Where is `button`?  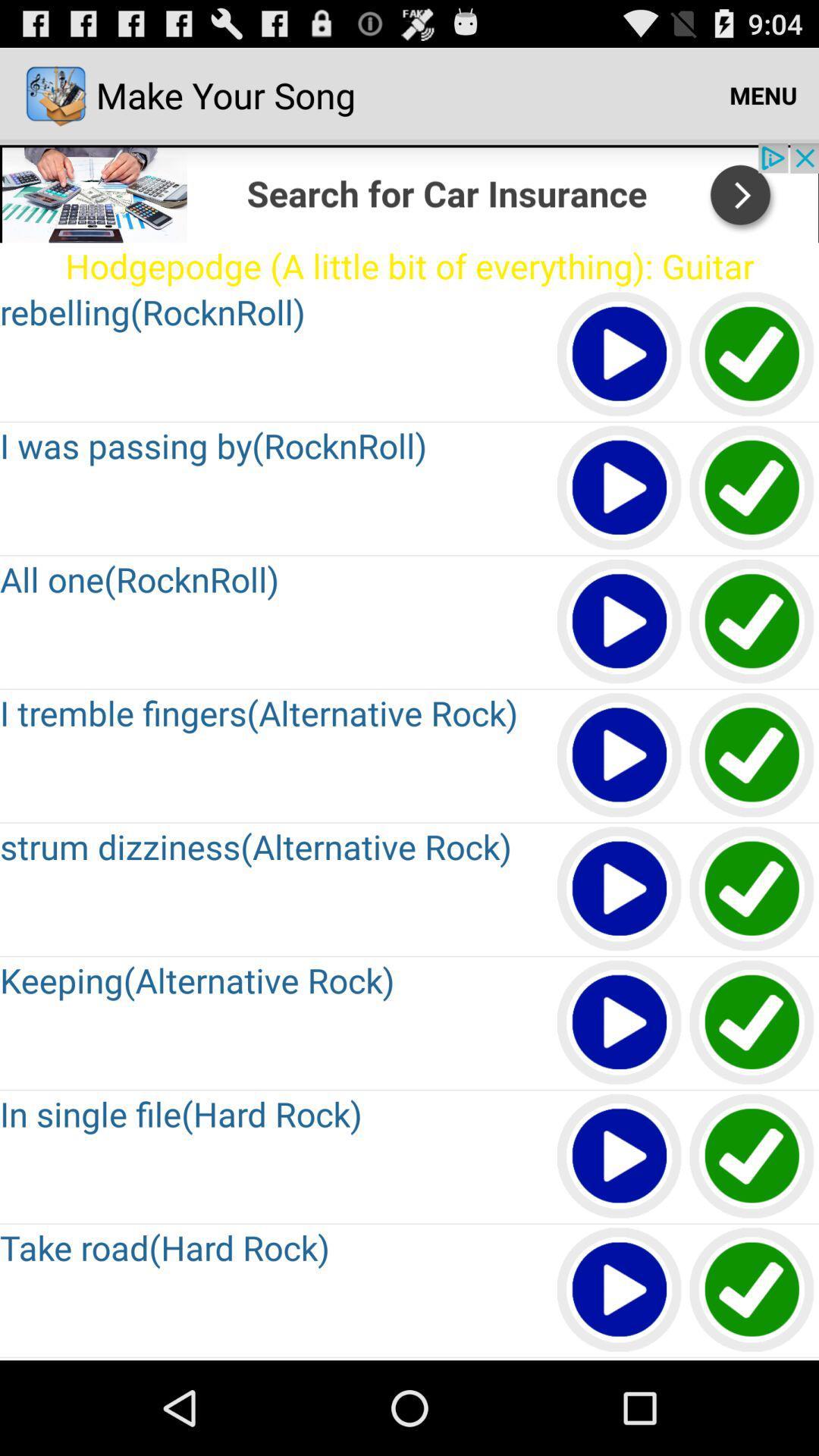 button is located at coordinates (752, 488).